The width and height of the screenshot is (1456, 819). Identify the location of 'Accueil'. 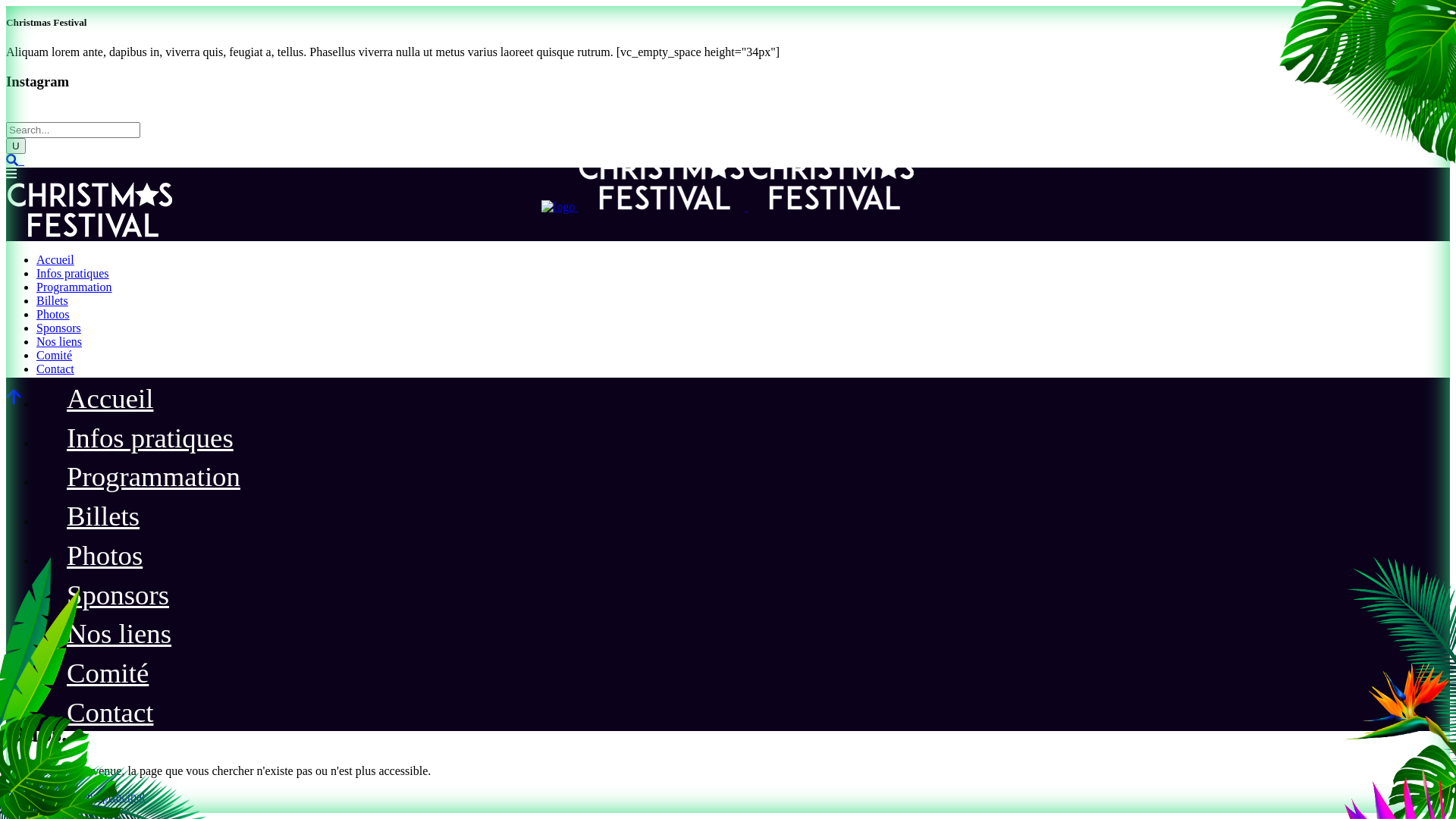
(55, 259).